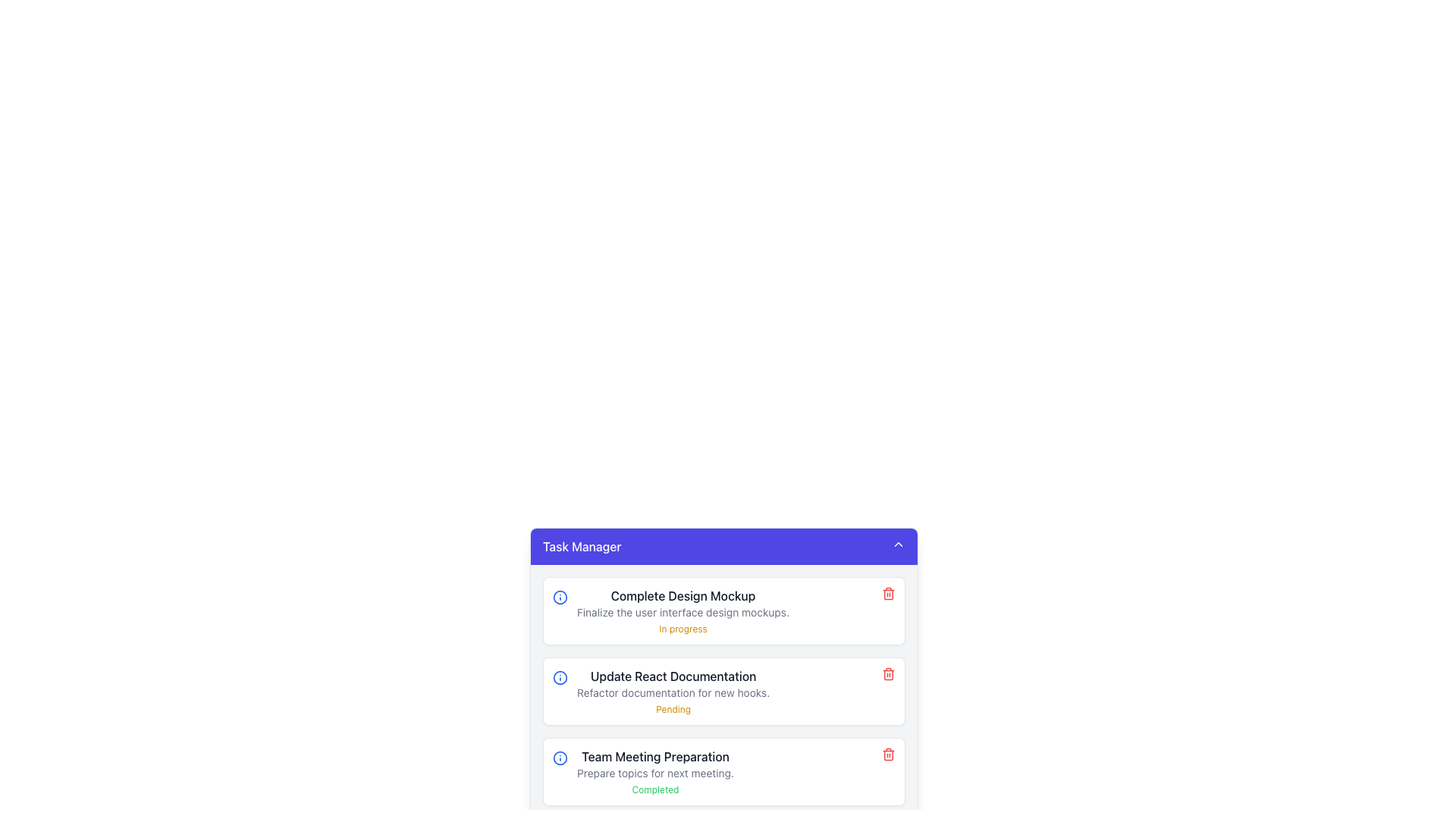 Image resolution: width=1456 pixels, height=819 pixels. Describe the element at coordinates (723, 691) in the screenshot. I see `the yellow status label of the Task Card, which is the second entry in the vertical list of task items in the task manager interface` at that location.